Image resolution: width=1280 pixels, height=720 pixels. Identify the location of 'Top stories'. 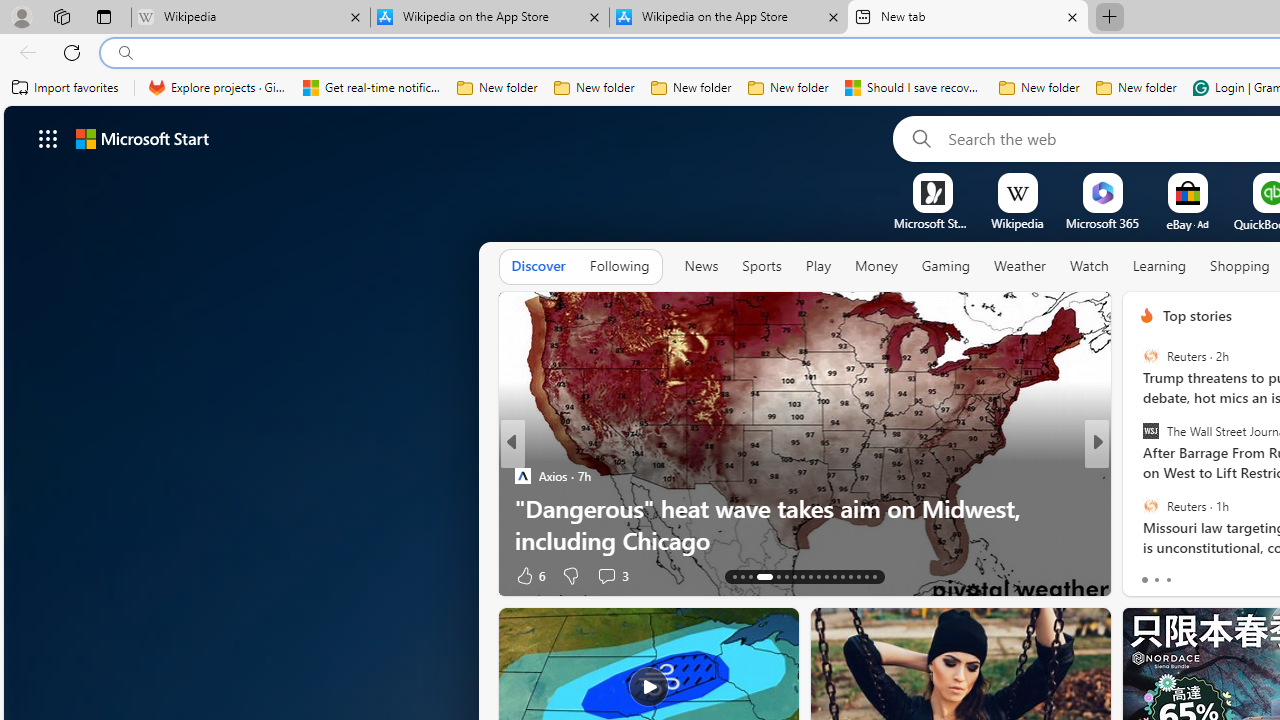
(1196, 315).